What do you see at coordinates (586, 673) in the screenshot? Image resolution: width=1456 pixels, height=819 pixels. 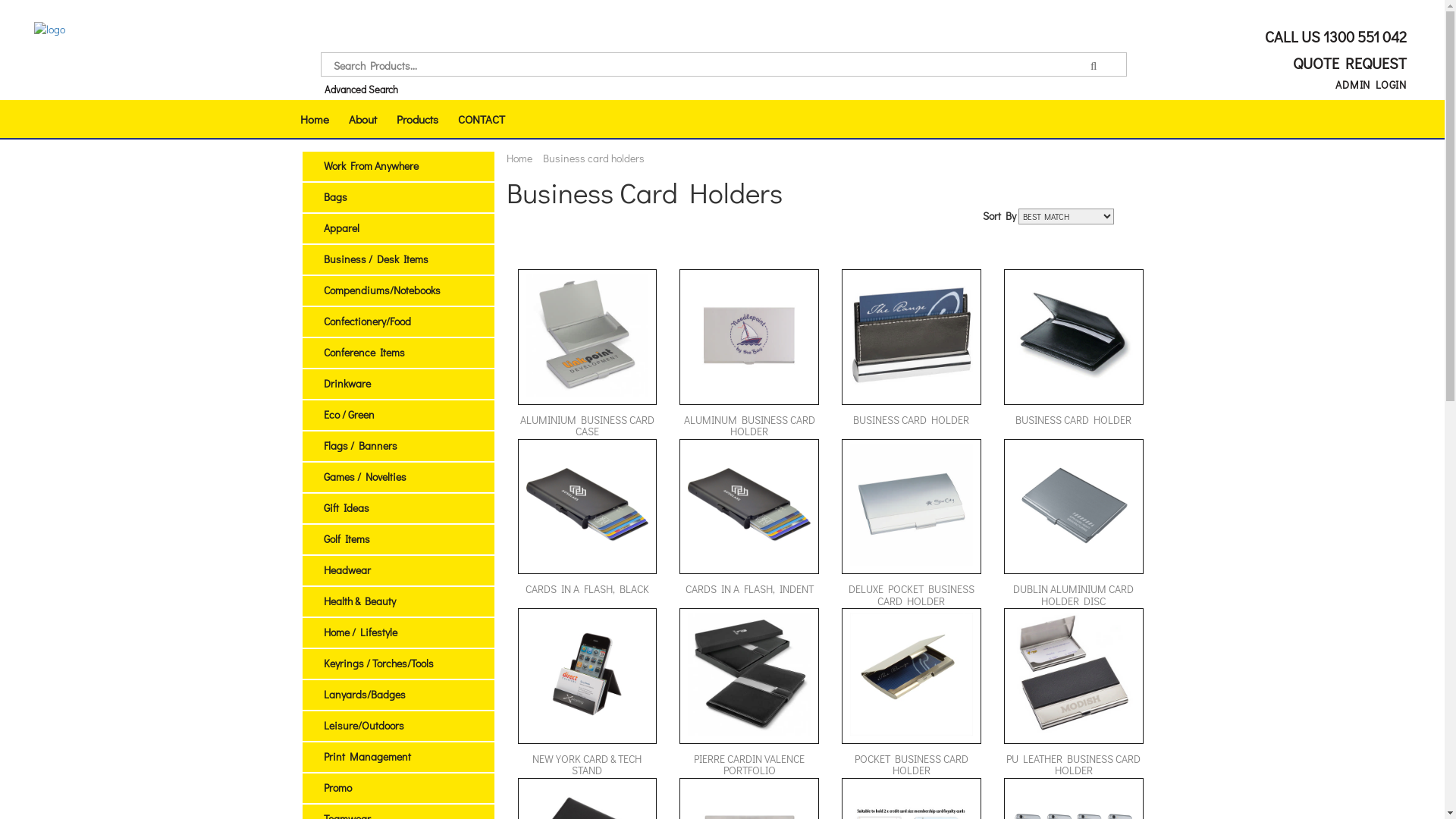 I see `'New York Card & Tech Stand (G9730` at bounding box center [586, 673].